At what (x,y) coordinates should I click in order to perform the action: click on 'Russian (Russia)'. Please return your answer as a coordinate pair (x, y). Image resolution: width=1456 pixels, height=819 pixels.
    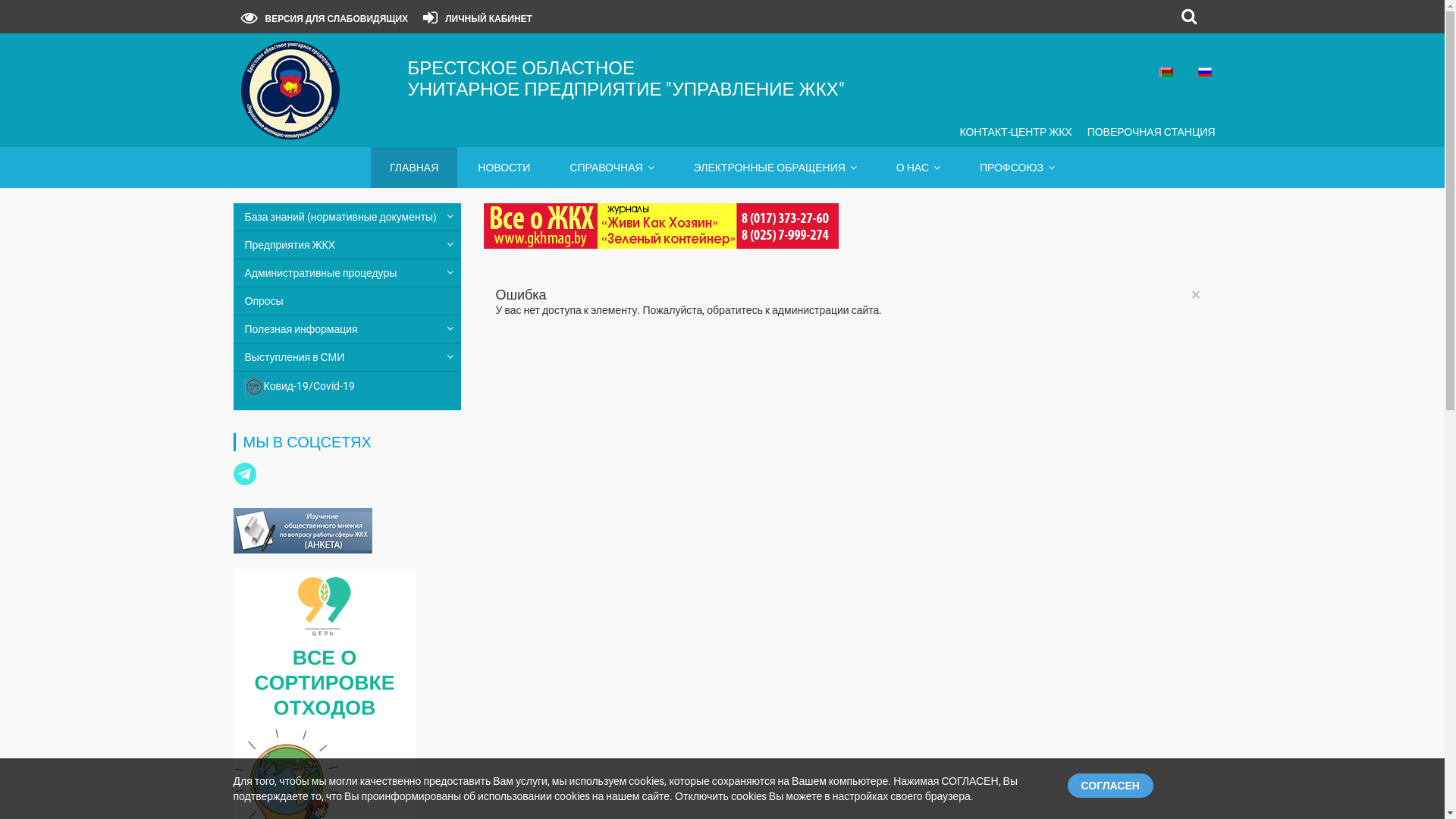
    Looking at the image, I should click on (1197, 72).